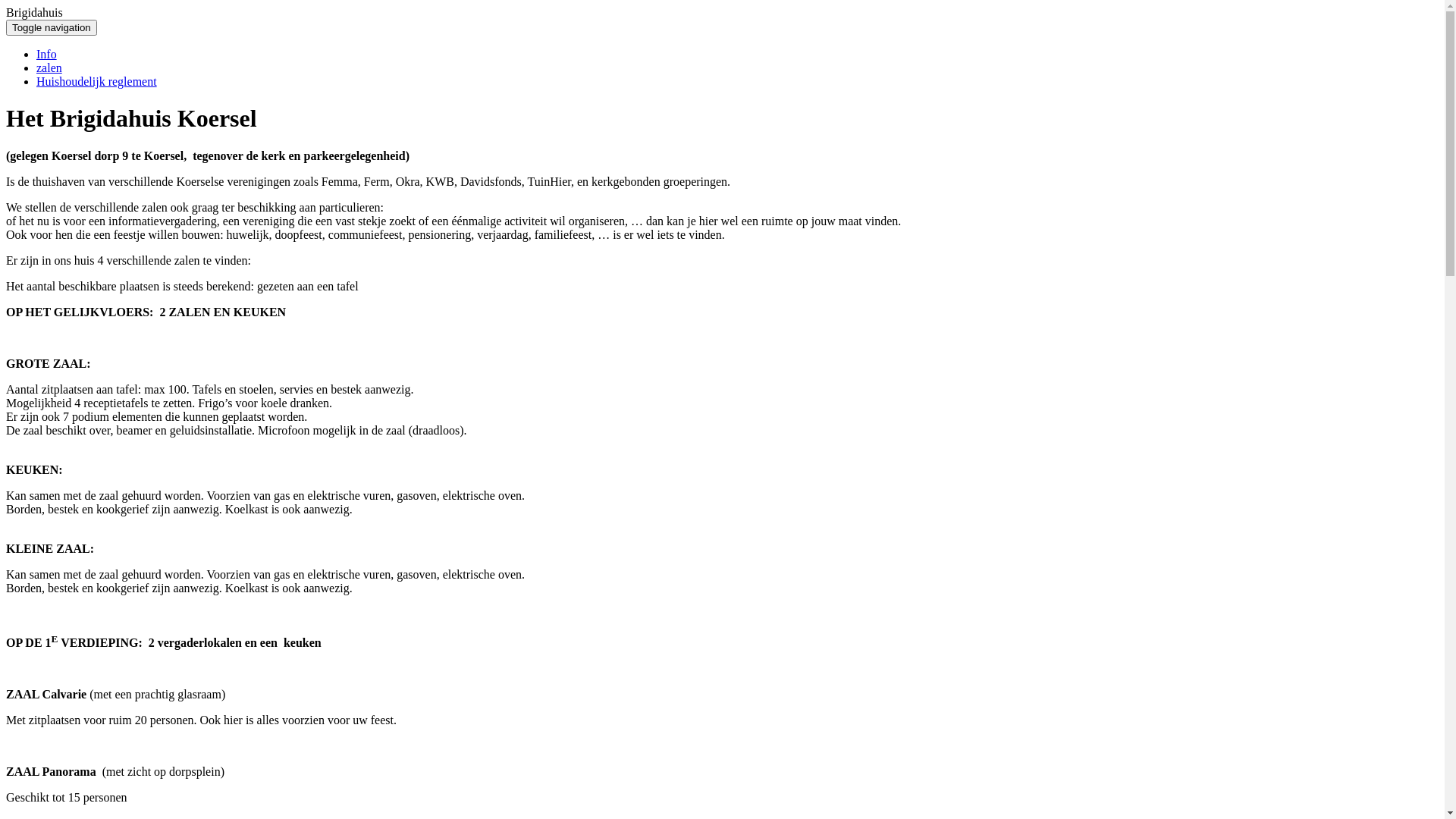 This screenshot has height=819, width=1456. What do you see at coordinates (46, 53) in the screenshot?
I see `'Info'` at bounding box center [46, 53].